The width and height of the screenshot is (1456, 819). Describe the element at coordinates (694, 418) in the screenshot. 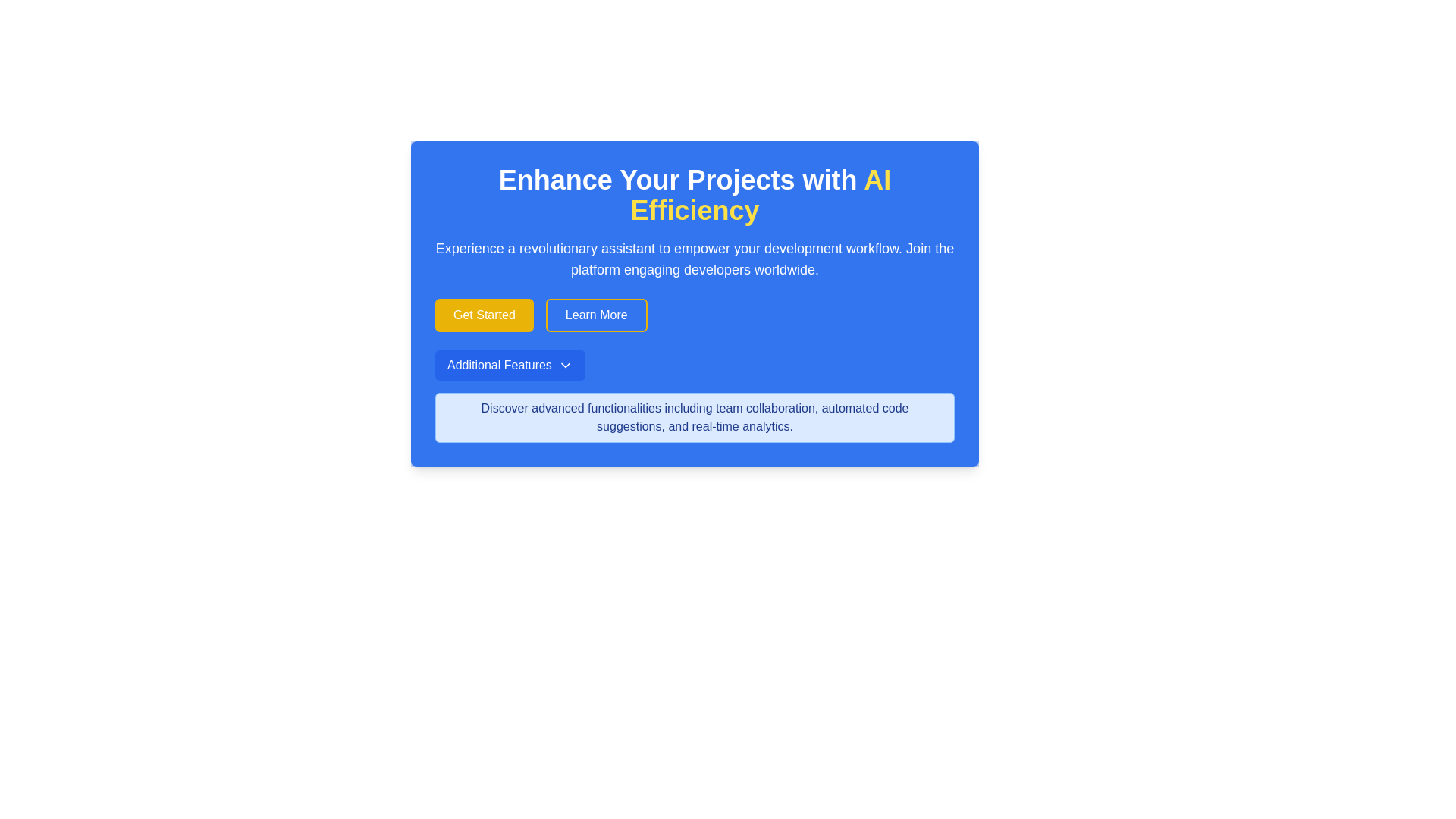

I see `the Text block with a light blue background and dark blue text, positioned below the 'Additional Features' button` at that location.